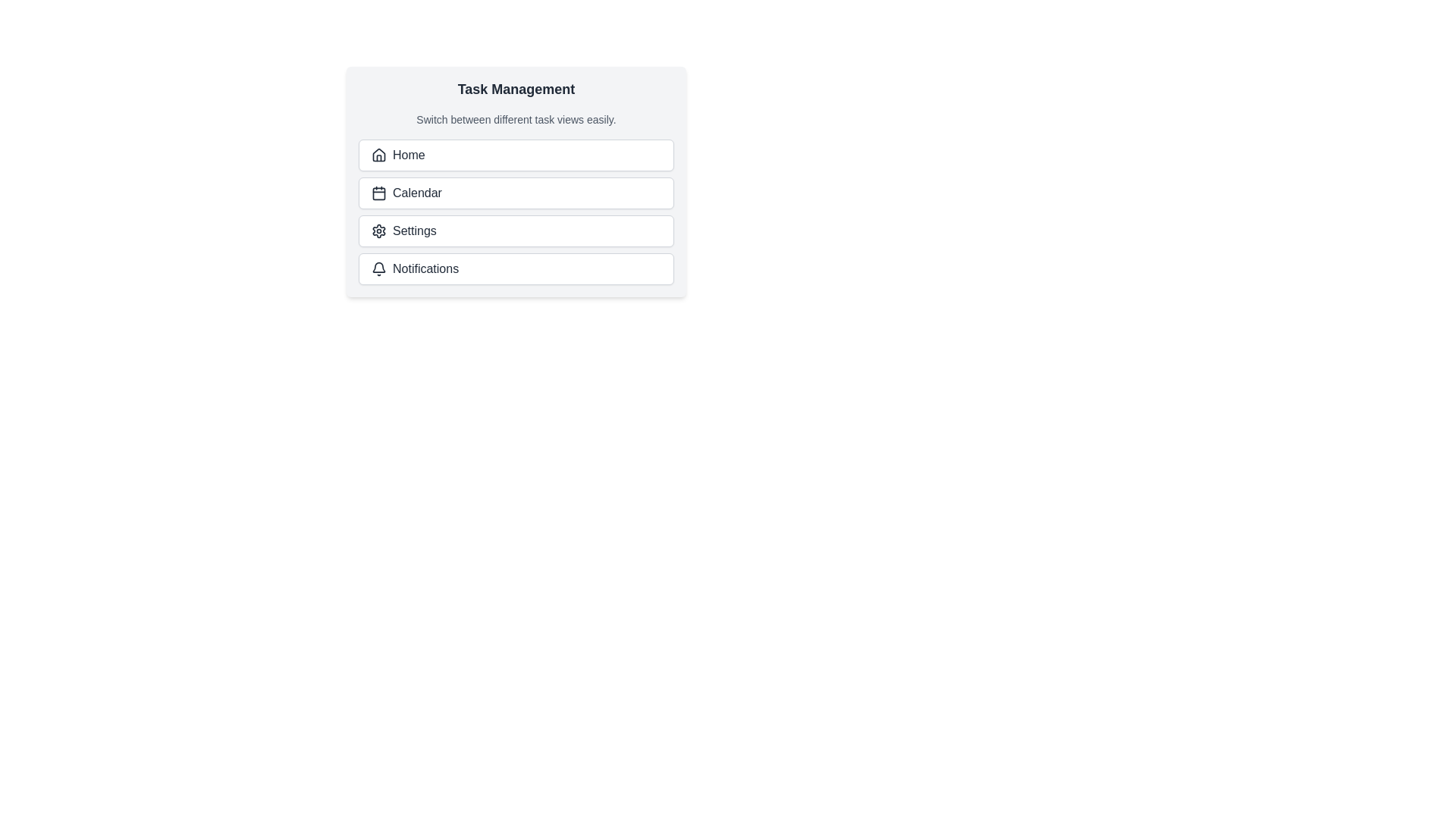  What do you see at coordinates (516, 192) in the screenshot?
I see `the navigational button located between the 'Home' button and 'Settings' button` at bounding box center [516, 192].